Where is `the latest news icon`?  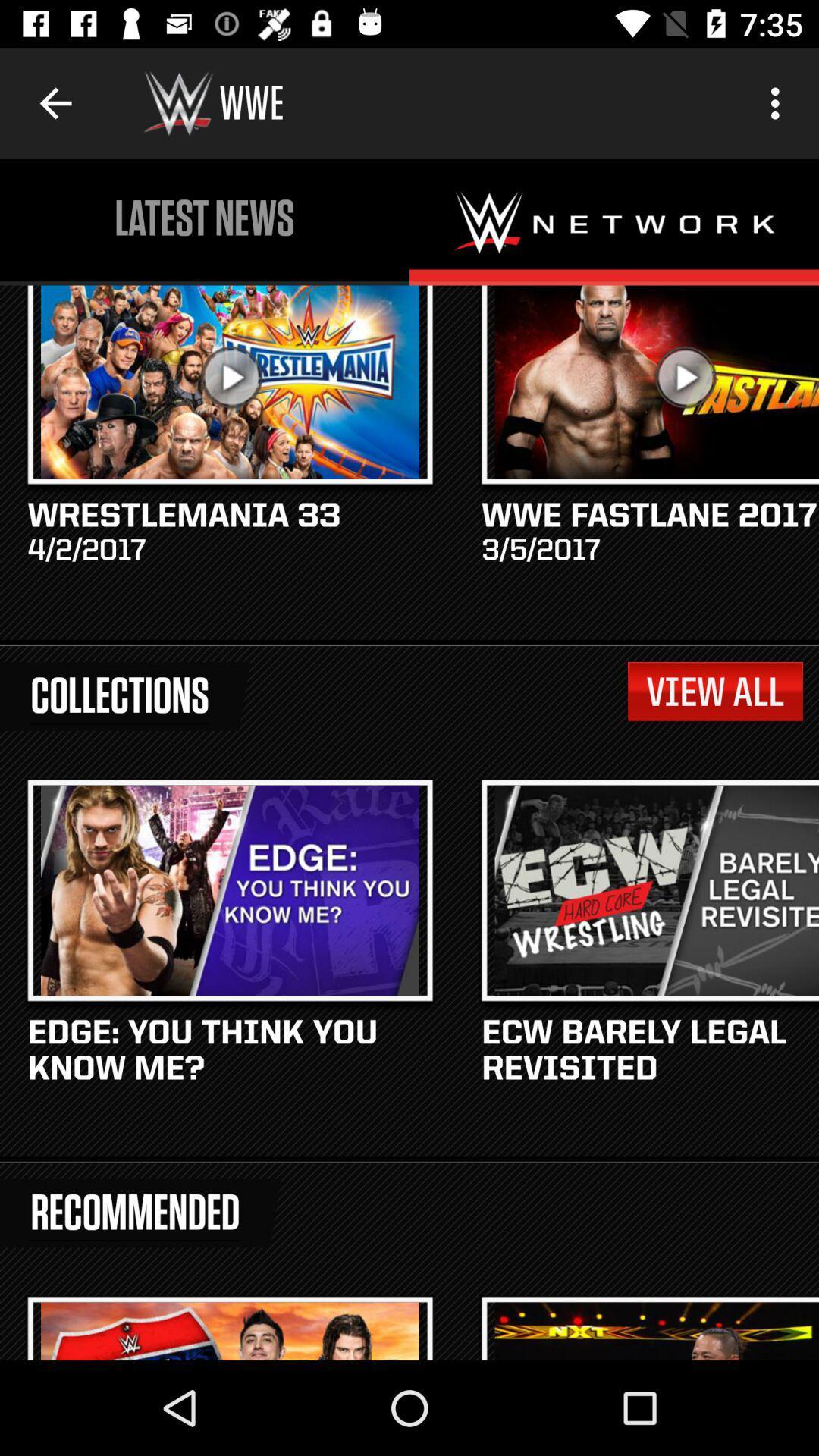
the latest news icon is located at coordinates (205, 218).